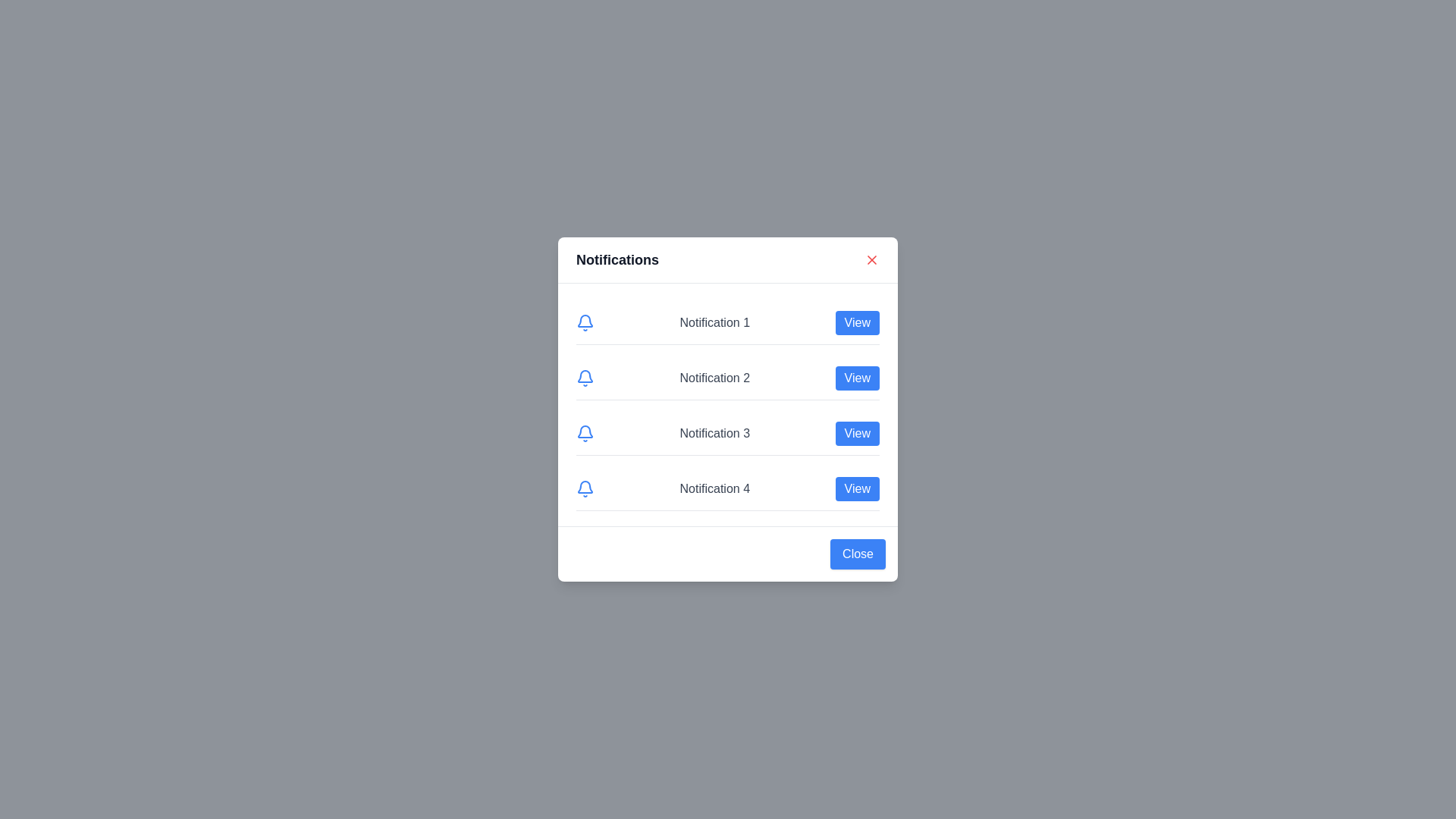 Image resolution: width=1456 pixels, height=819 pixels. I want to click on the 'View' button corresponding to notification number 2, so click(857, 377).